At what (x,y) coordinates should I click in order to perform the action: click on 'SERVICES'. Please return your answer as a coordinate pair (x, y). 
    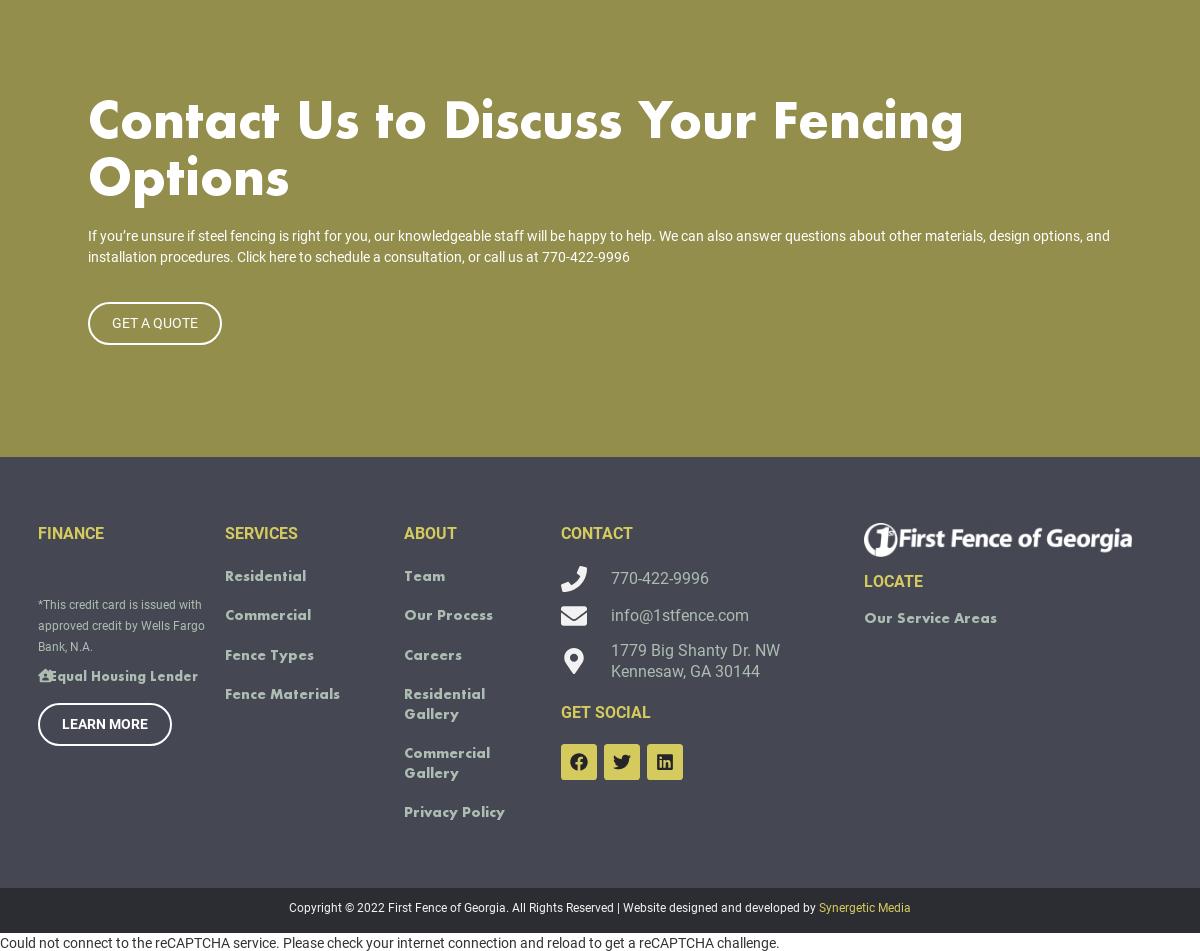
    Looking at the image, I should click on (260, 561).